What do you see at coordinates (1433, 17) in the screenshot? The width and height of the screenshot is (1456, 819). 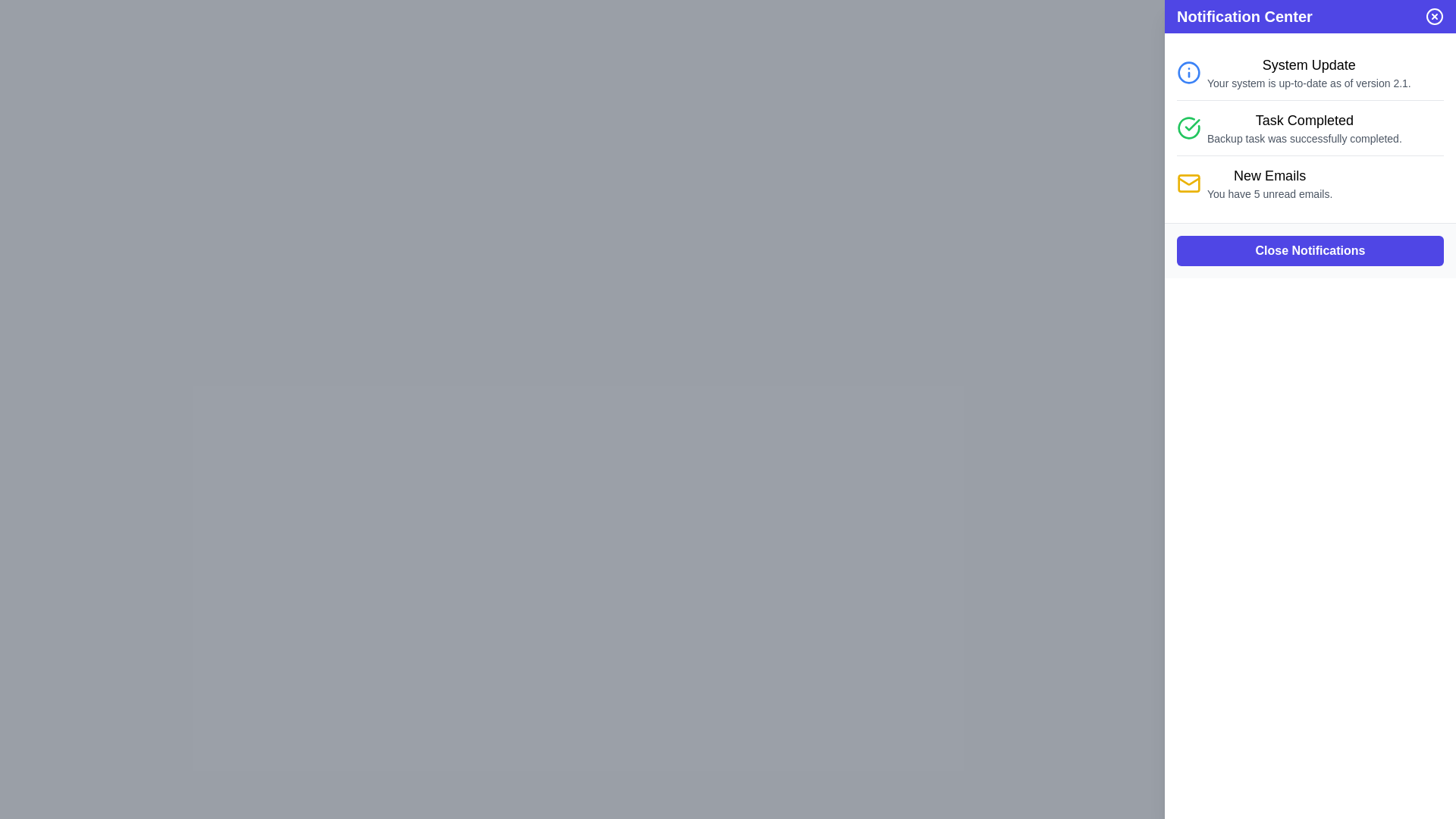 I see `SVG Circle Icon located at the top right corner of the 'Notification Center' panel to gather detailed information about its attributes and functionality` at bounding box center [1433, 17].